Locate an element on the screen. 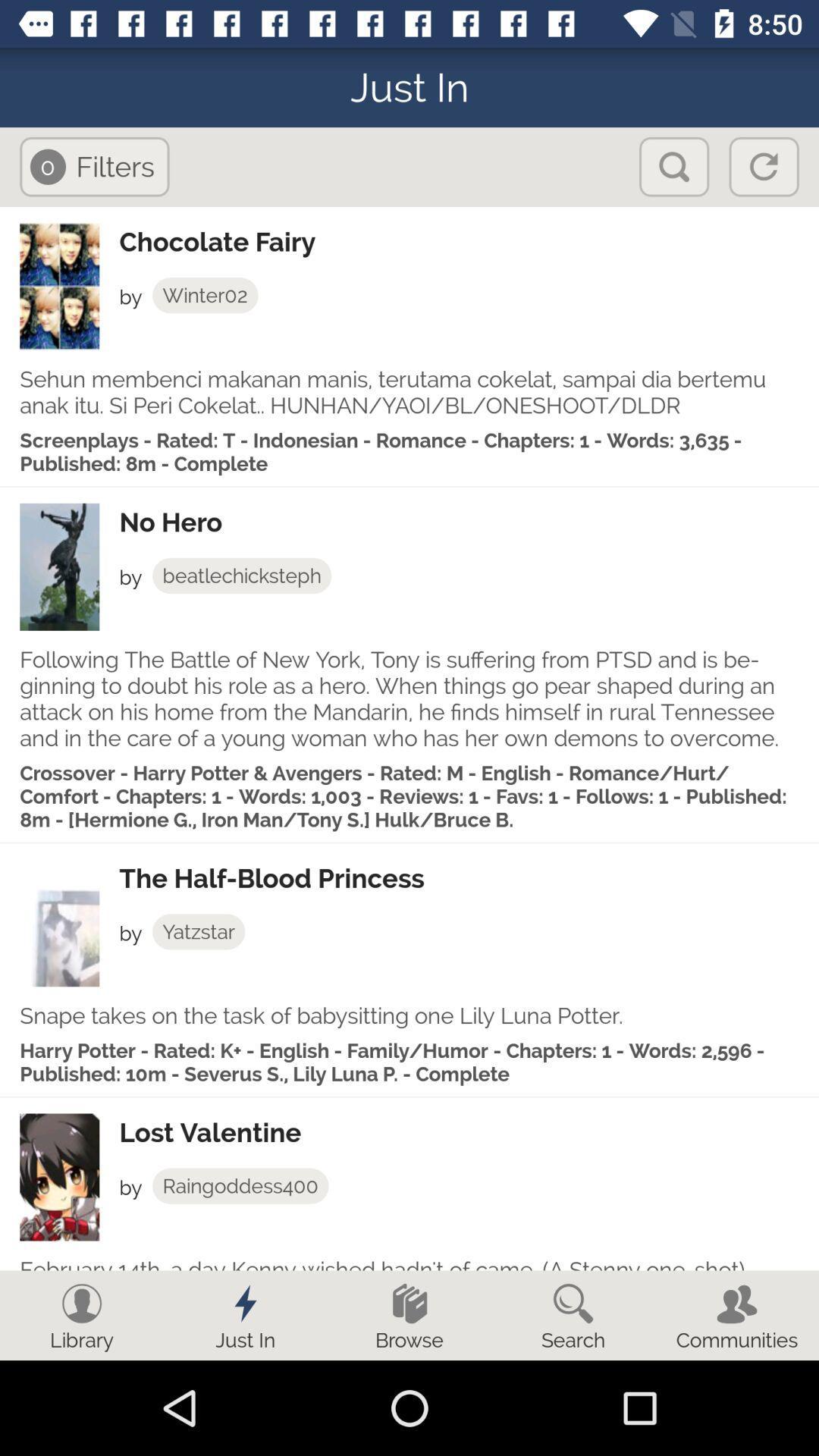 This screenshot has width=819, height=1456. raingoddess400 icon is located at coordinates (240, 1185).